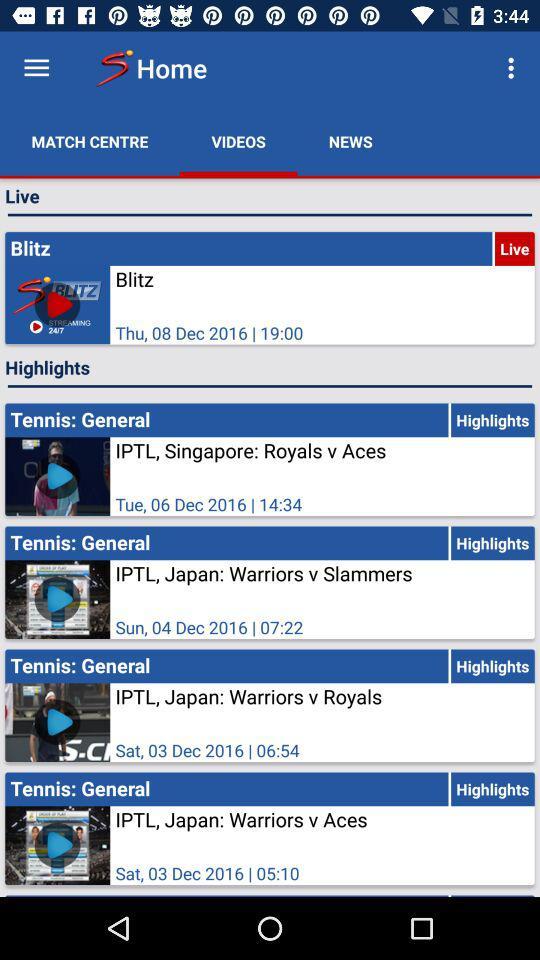 This screenshot has height=960, width=540. Describe the element at coordinates (238, 140) in the screenshot. I see `app next to match centre item` at that location.